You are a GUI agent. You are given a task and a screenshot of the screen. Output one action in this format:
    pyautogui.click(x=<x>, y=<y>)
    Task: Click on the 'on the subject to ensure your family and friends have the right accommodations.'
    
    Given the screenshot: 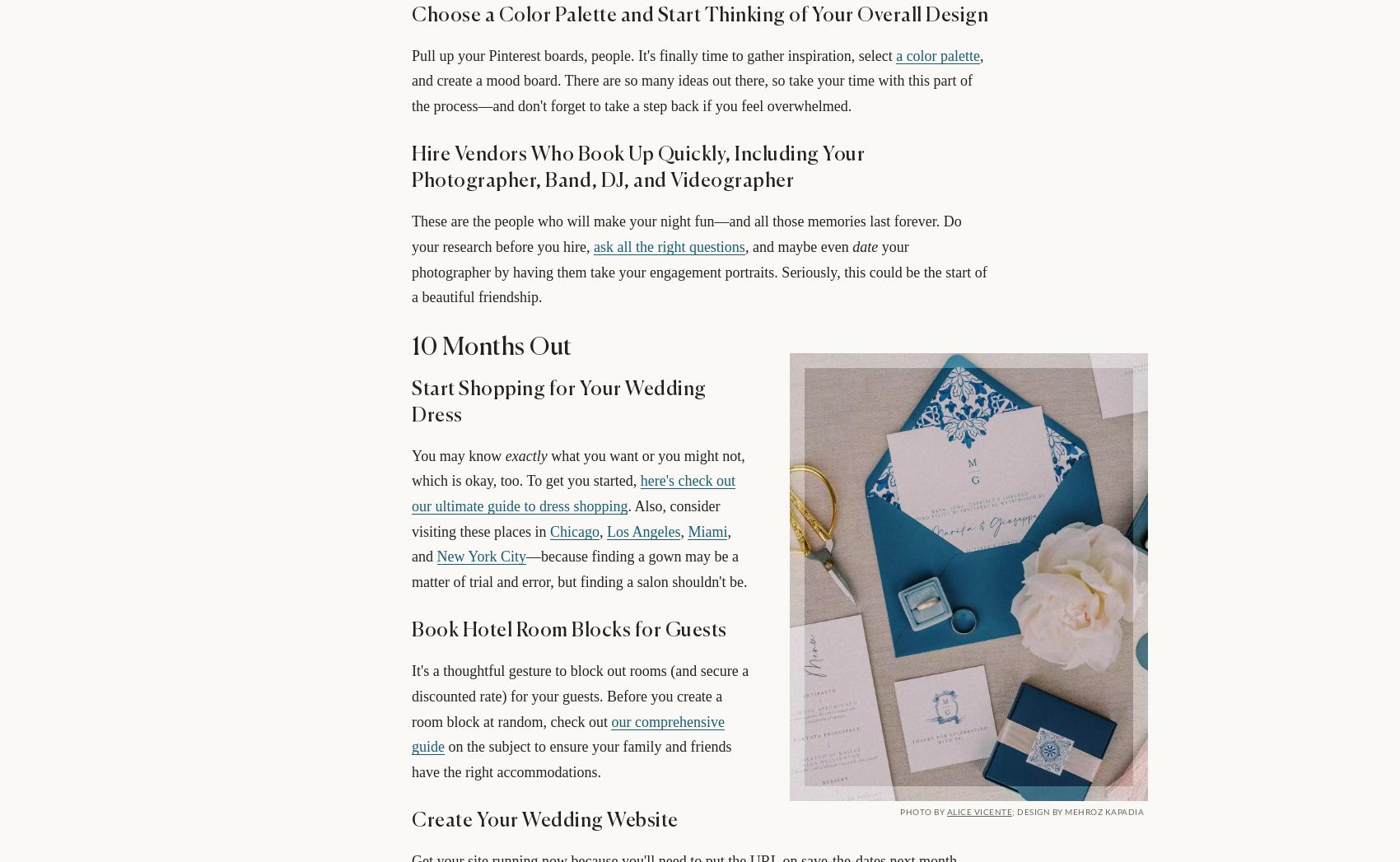 What is the action you would take?
    pyautogui.click(x=571, y=758)
    